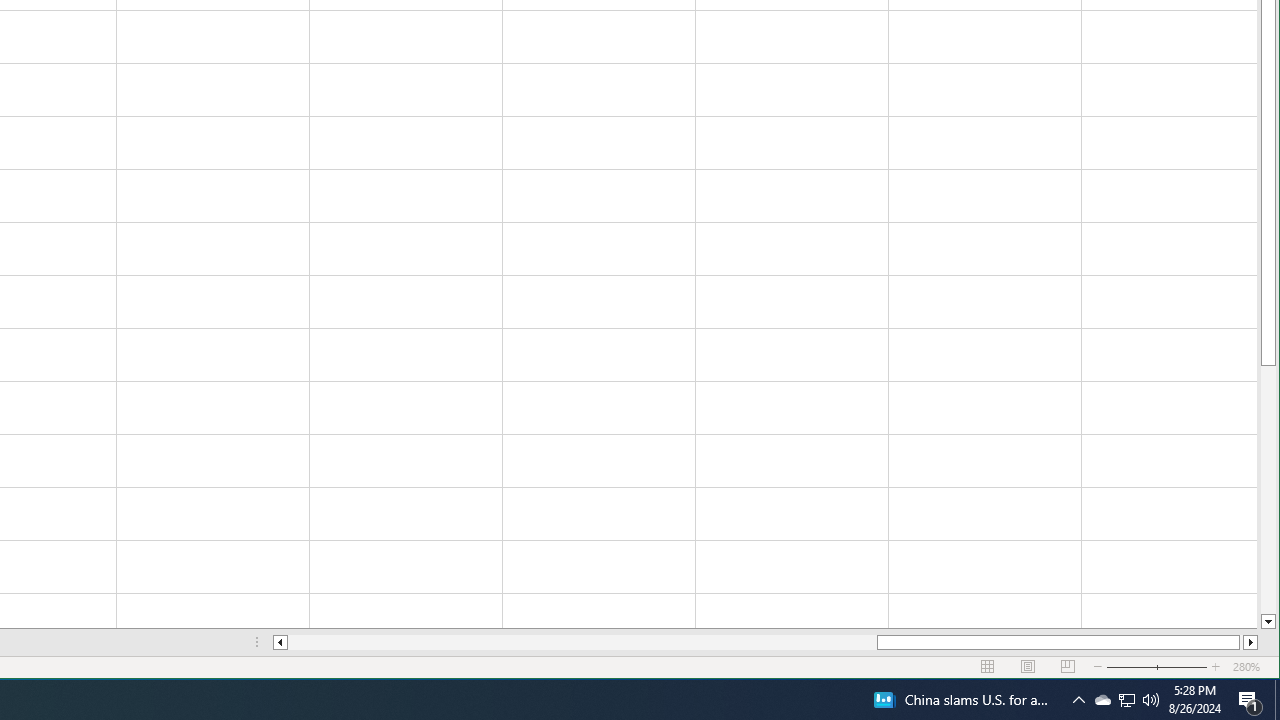 This screenshot has width=1280, height=720. Describe the element at coordinates (1127, 698) in the screenshot. I see `'User Promoted Notification Area'` at that location.